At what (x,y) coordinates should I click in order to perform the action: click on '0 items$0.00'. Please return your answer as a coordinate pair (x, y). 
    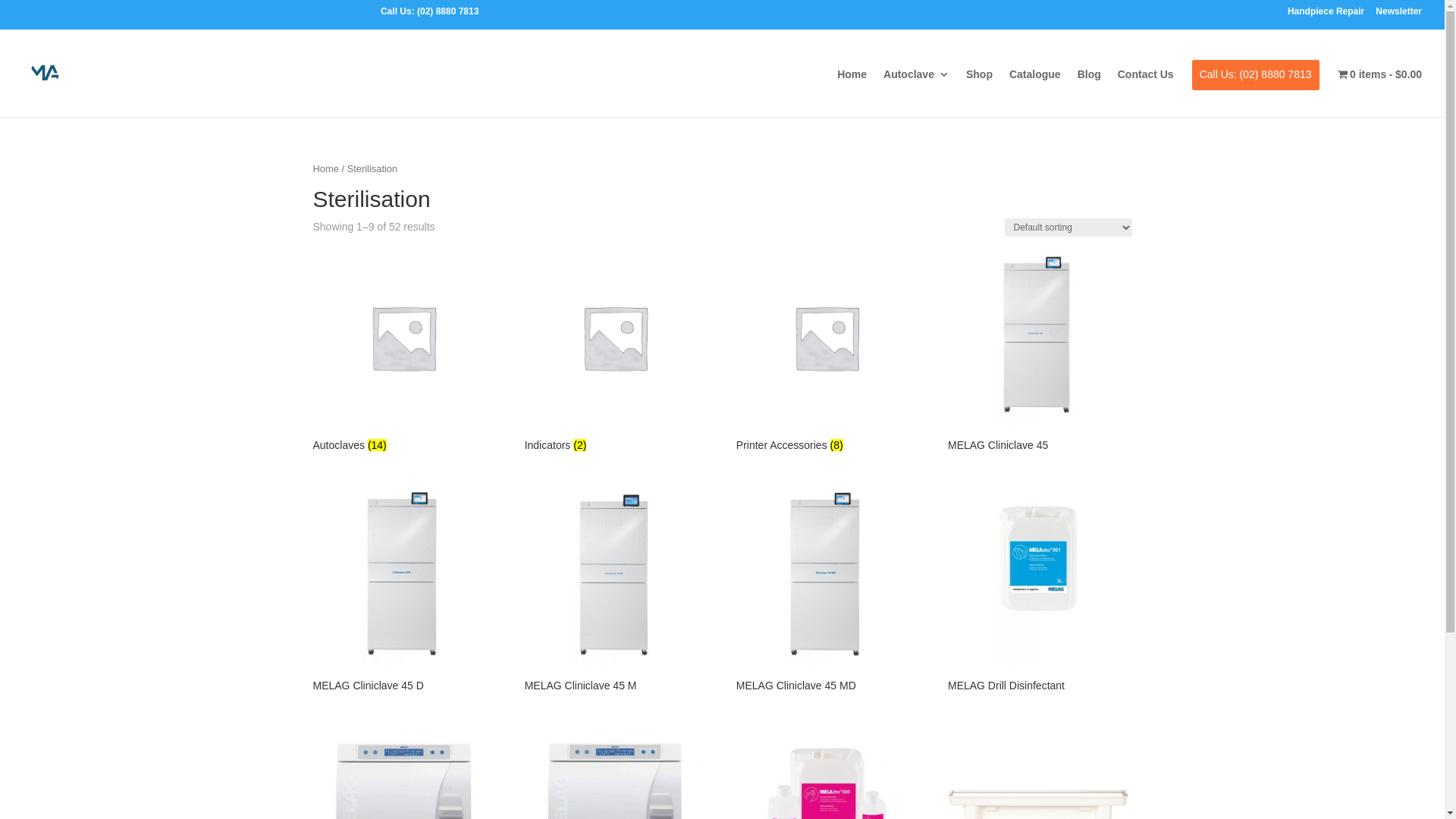
    Looking at the image, I should click on (1337, 86).